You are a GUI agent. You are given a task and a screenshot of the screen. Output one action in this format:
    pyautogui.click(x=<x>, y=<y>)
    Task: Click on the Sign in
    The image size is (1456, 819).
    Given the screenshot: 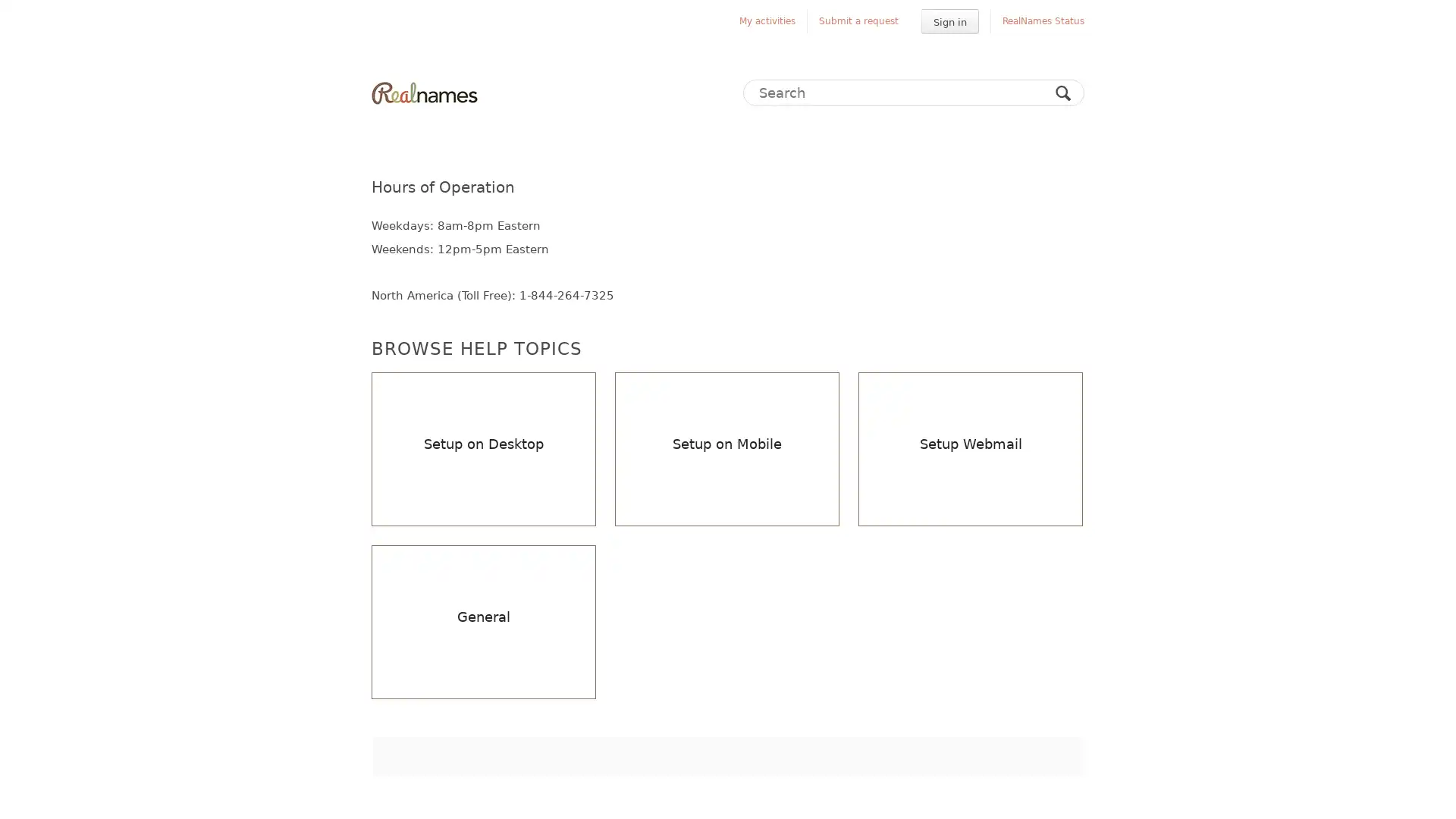 What is the action you would take?
    pyautogui.click(x=949, y=21)
    